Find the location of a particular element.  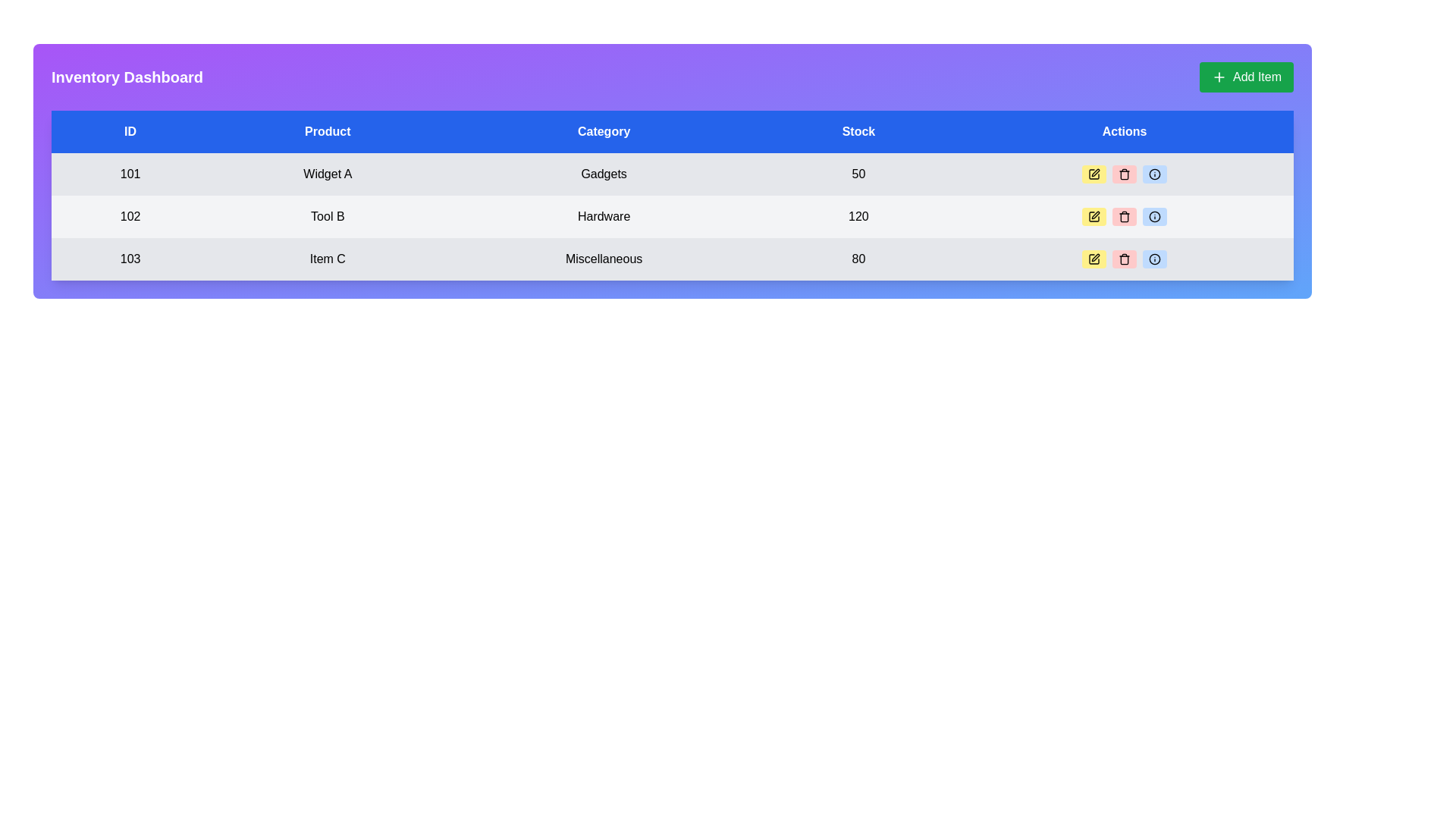

the first row of the table containing the values '101', 'Widget A', 'Gadgets', and '50' is located at coordinates (672, 174).